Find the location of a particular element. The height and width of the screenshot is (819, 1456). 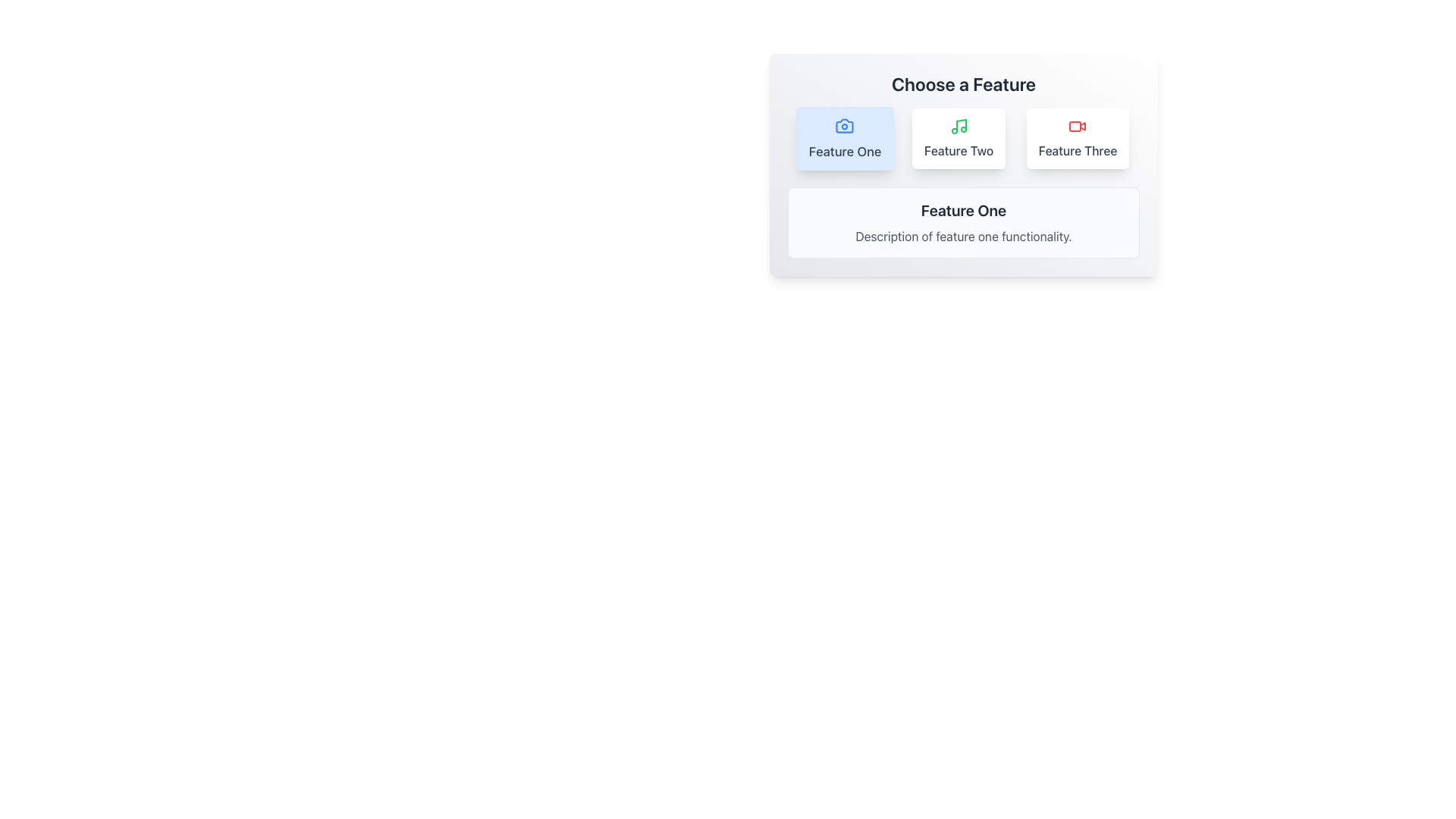

the green diagonal line segment in the SVG graphic representing a musical note icon located in the 'Choose a Feature' panel is located at coordinates (960, 124).